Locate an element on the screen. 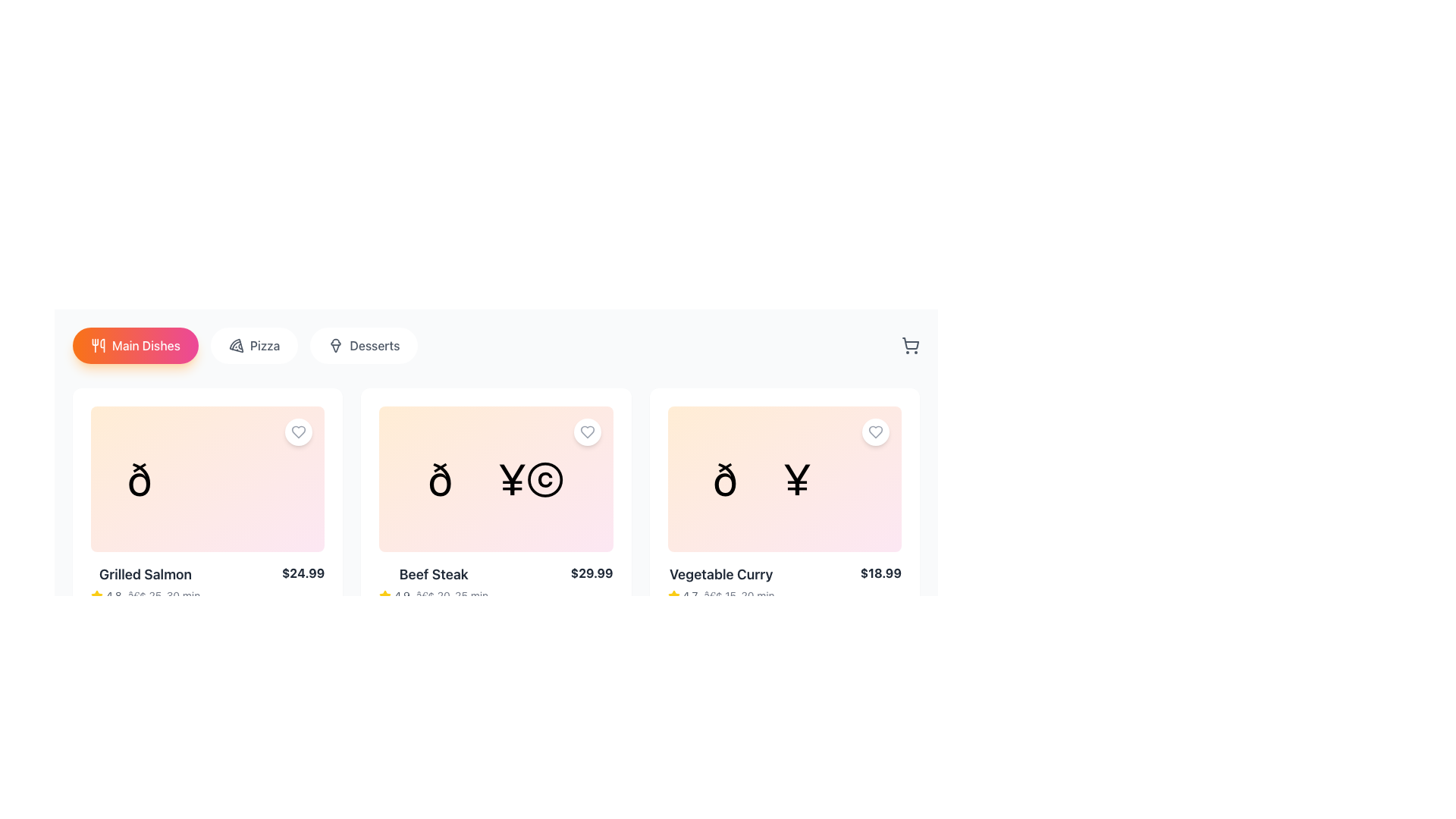 This screenshot has height=819, width=1456. the 'Pizza' text label in the category selection interface is located at coordinates (265, 345).